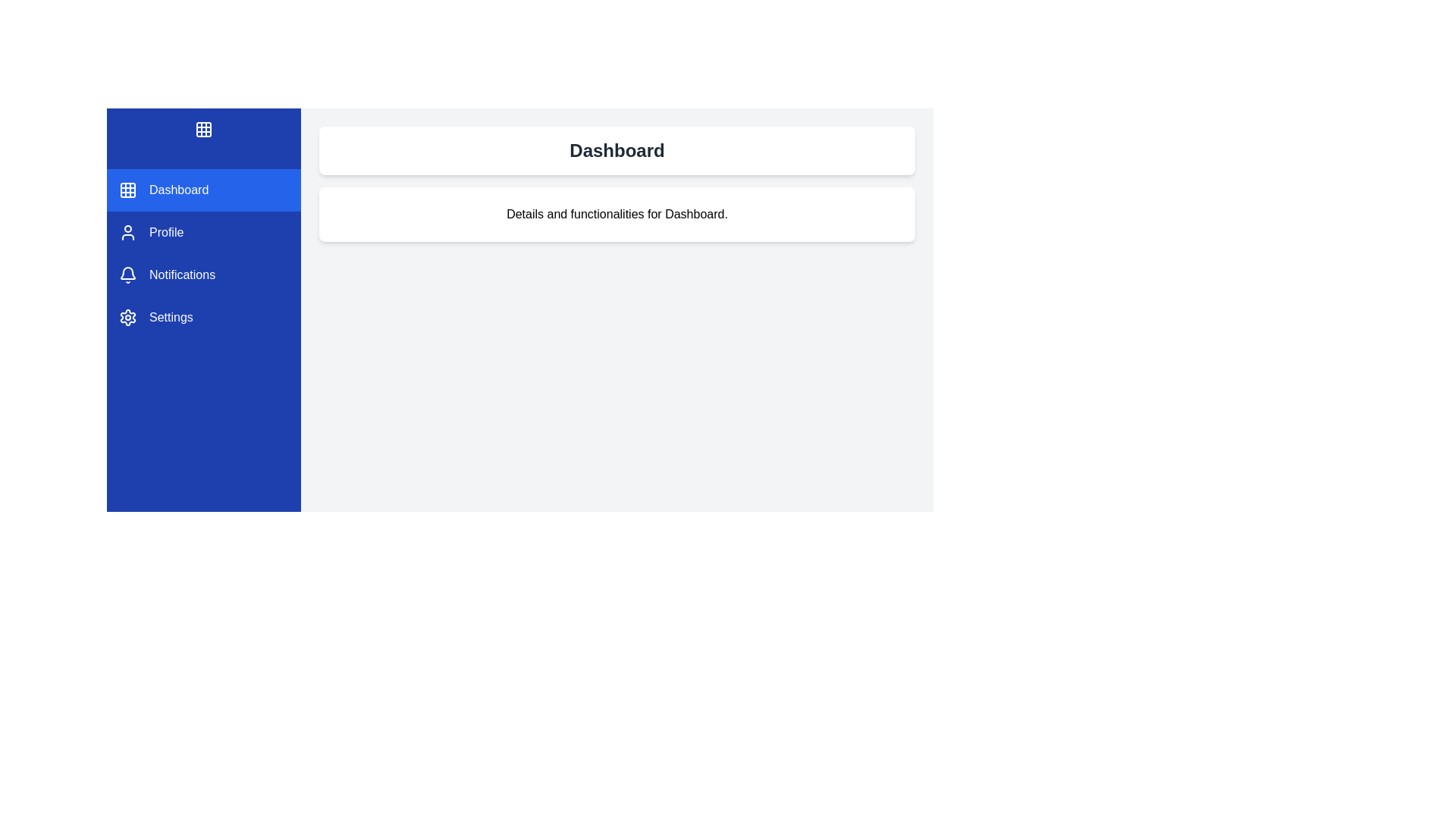 Image resolution: width=1456 pixels, height=819 pixels. Describe the element at coordinates (171, 317) in the screenshot. I see `text label 'Settings' which is styled with white text on a blue background in the sidebar navigation menu, located below 'Notifications' and above 'Logout'` at that location.